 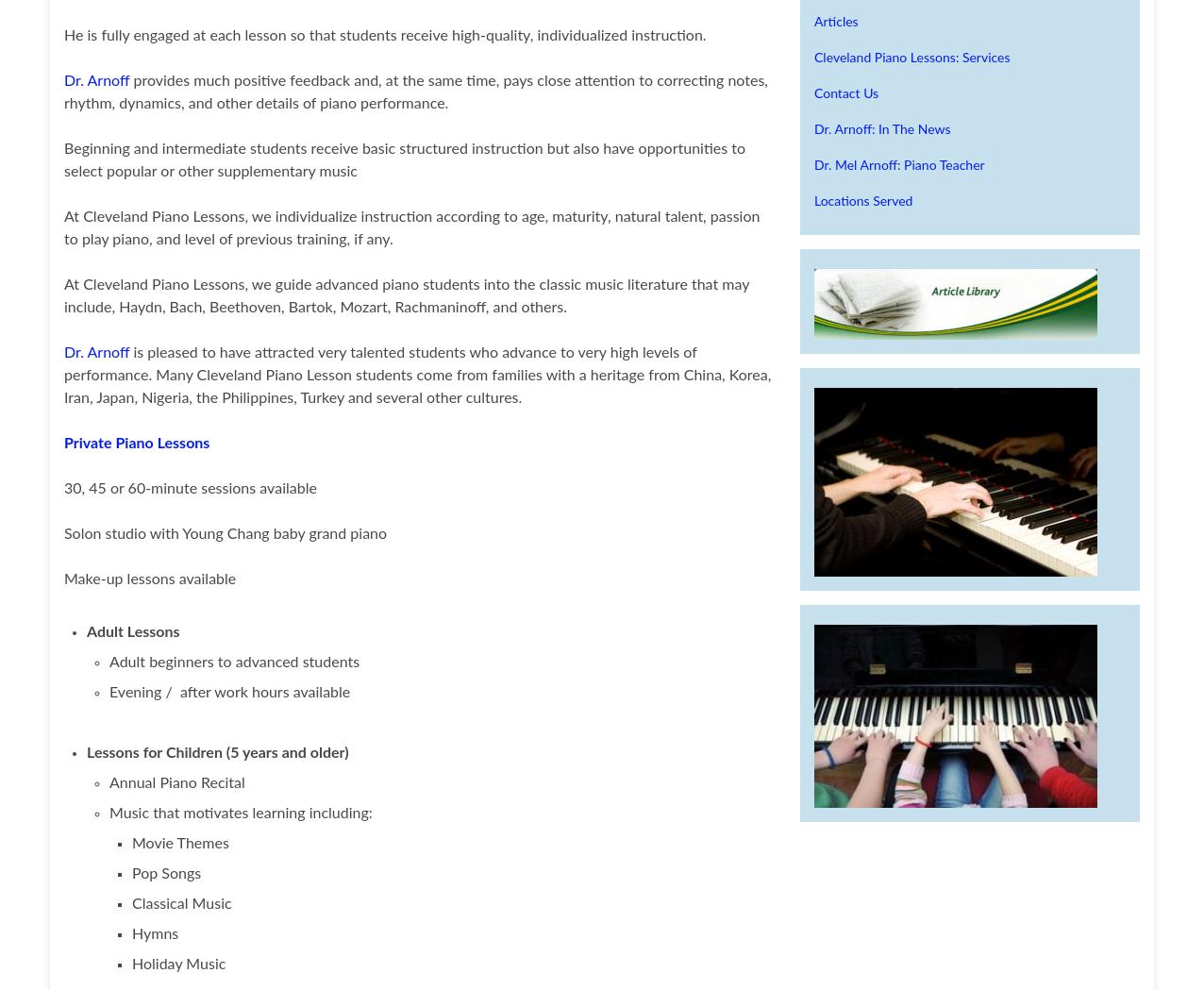 What do you see at coordinates (415, 91) in the screenshot?
I see `'provides much positive feedback and, at the same time, pays close attention to correcting notes, rhythm, dynamics, and other details of piano performance.'` at bounding box center [415, 91].